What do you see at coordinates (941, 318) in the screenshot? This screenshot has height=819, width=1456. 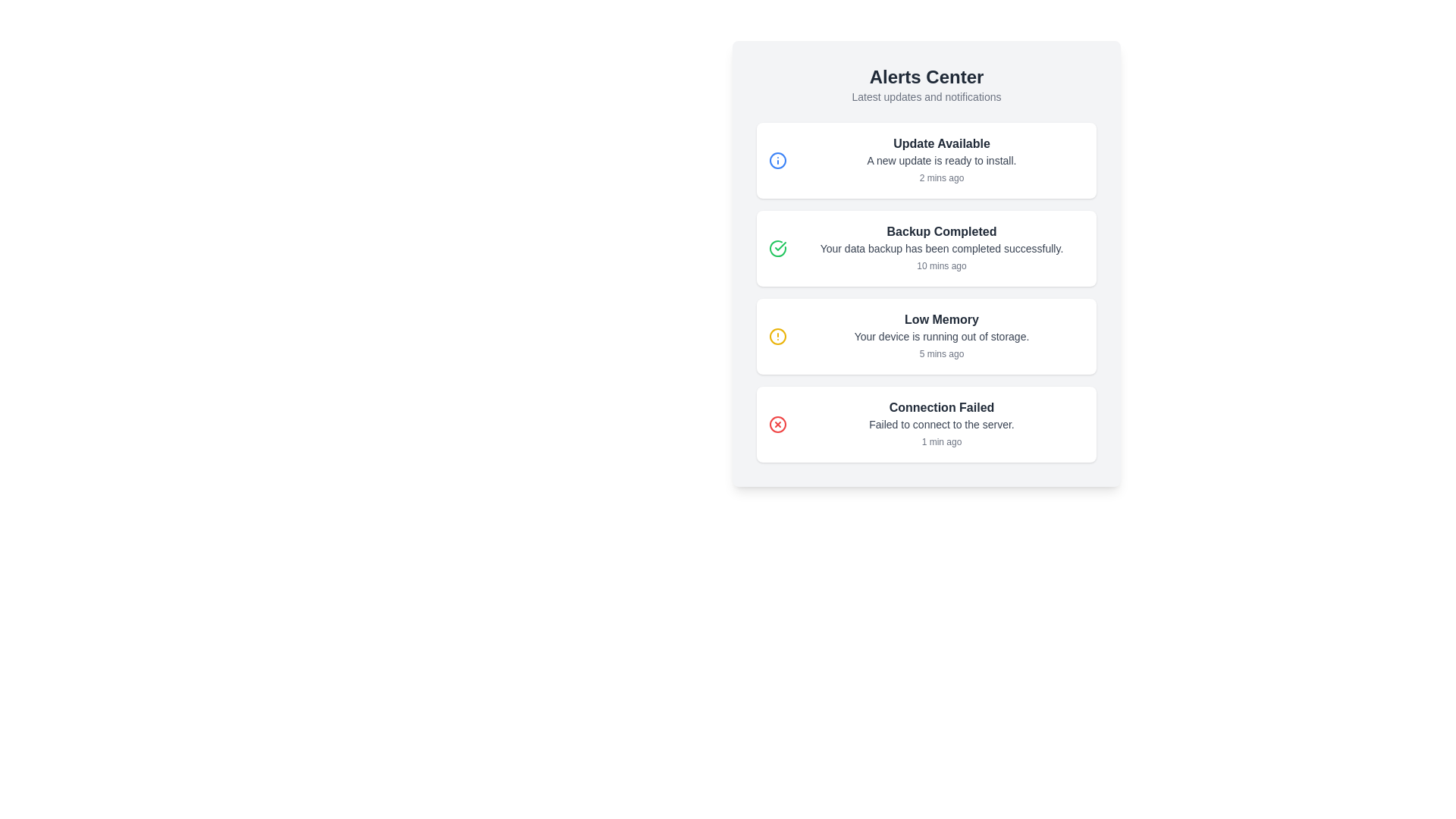 I see `text of the prominent 'Low Memory' heading in the third notification card, styled in bold and dark grey` at bounding box center [941, 318].